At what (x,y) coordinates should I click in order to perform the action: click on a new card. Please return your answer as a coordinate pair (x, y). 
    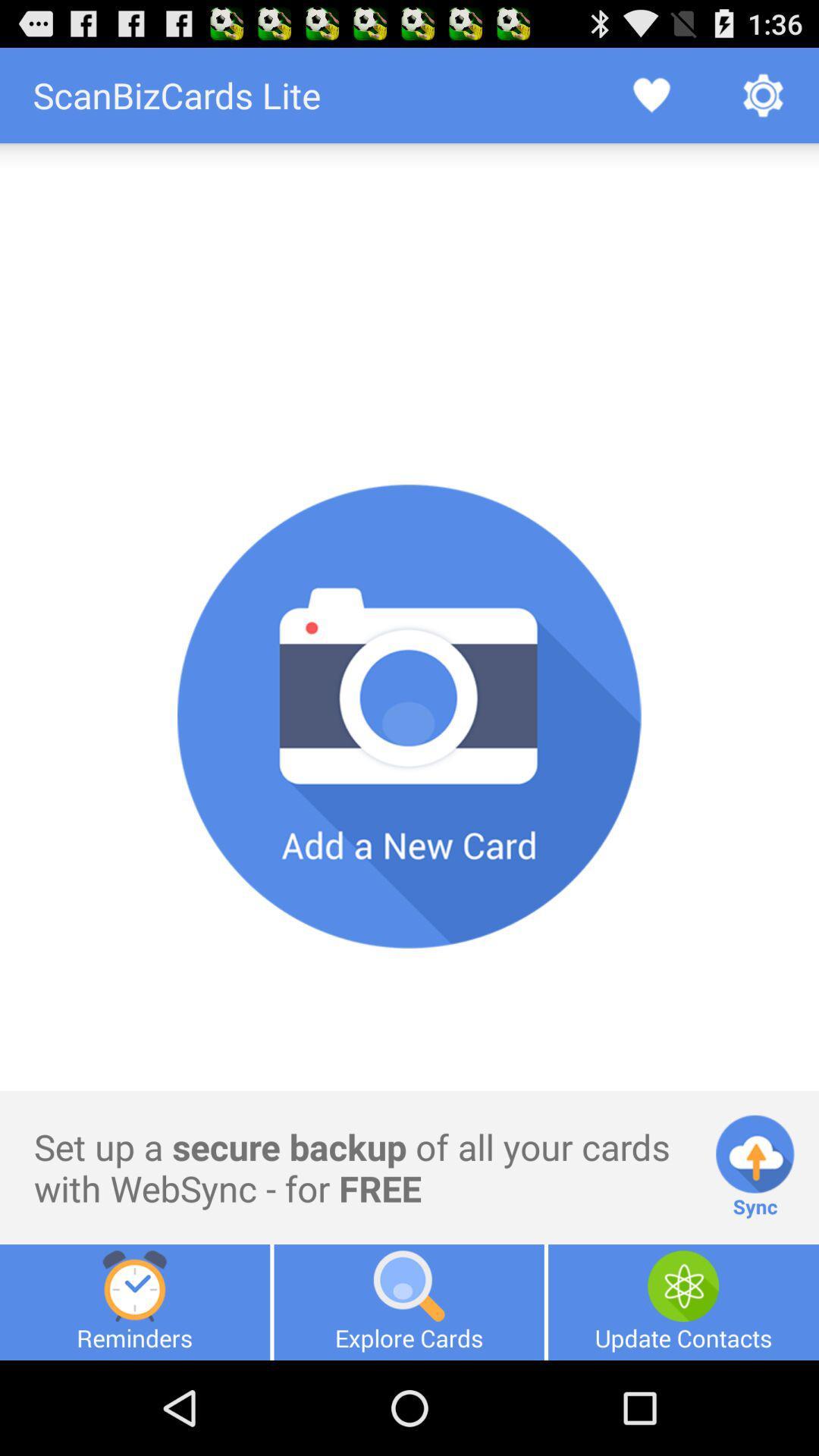
    Looking at the image, I should click on (409, 716).